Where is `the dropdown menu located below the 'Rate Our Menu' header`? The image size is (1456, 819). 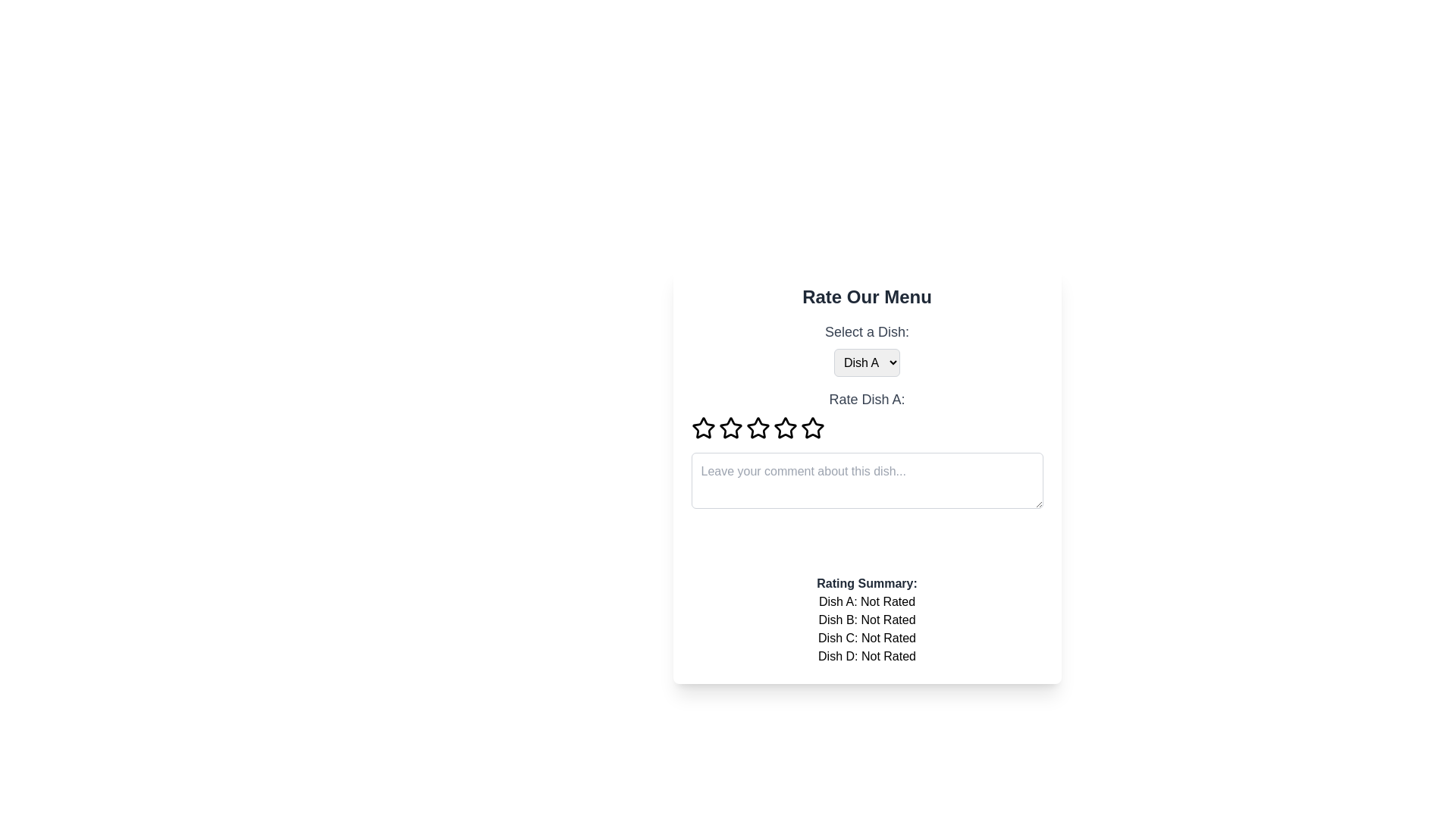
the dropdown menu located below the 'Rate Our Menu' header is located at coordinates (867, 349).